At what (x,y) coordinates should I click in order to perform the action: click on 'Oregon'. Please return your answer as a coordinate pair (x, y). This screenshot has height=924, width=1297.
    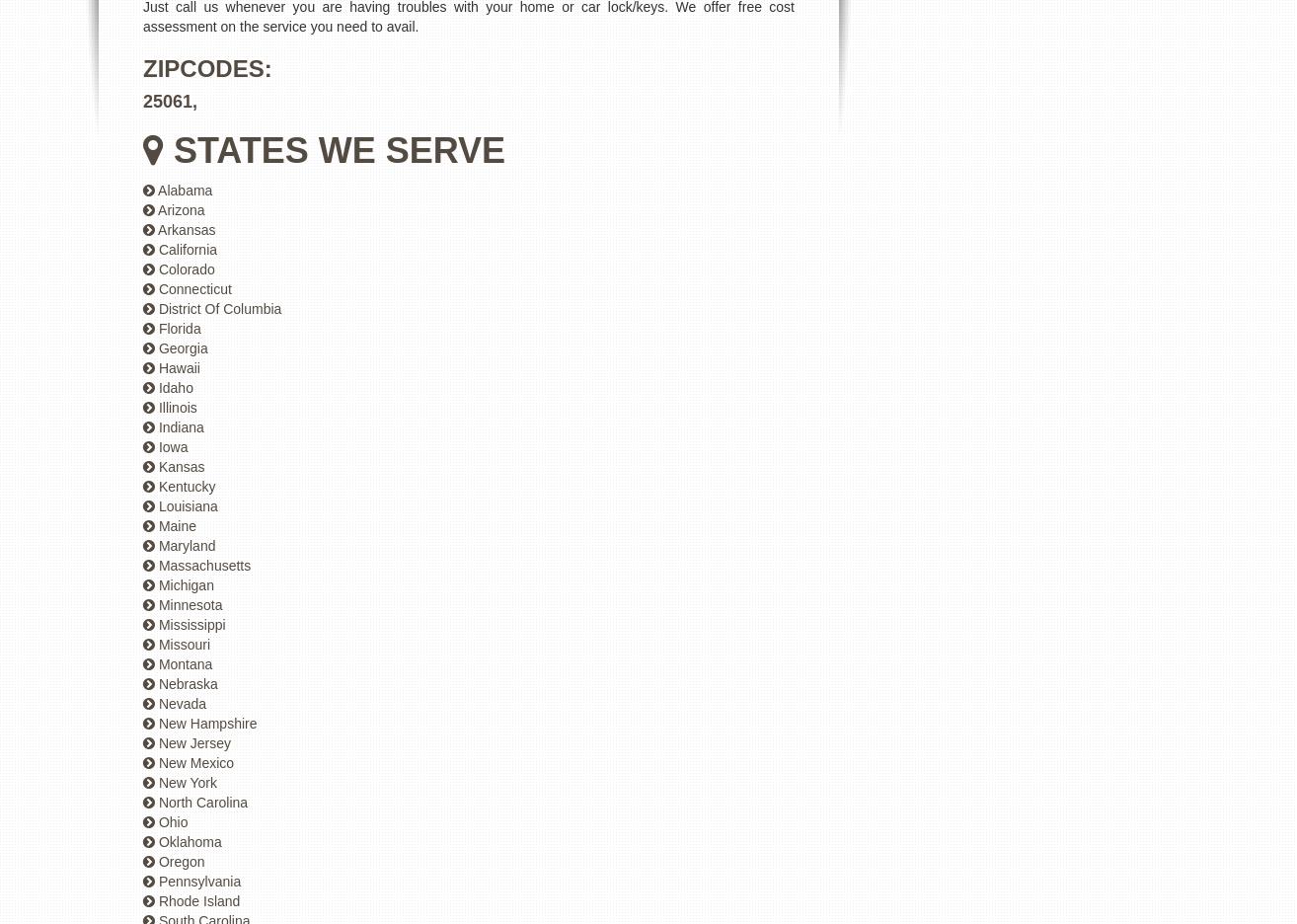
    Looking at the image, I should click on (179, 861).